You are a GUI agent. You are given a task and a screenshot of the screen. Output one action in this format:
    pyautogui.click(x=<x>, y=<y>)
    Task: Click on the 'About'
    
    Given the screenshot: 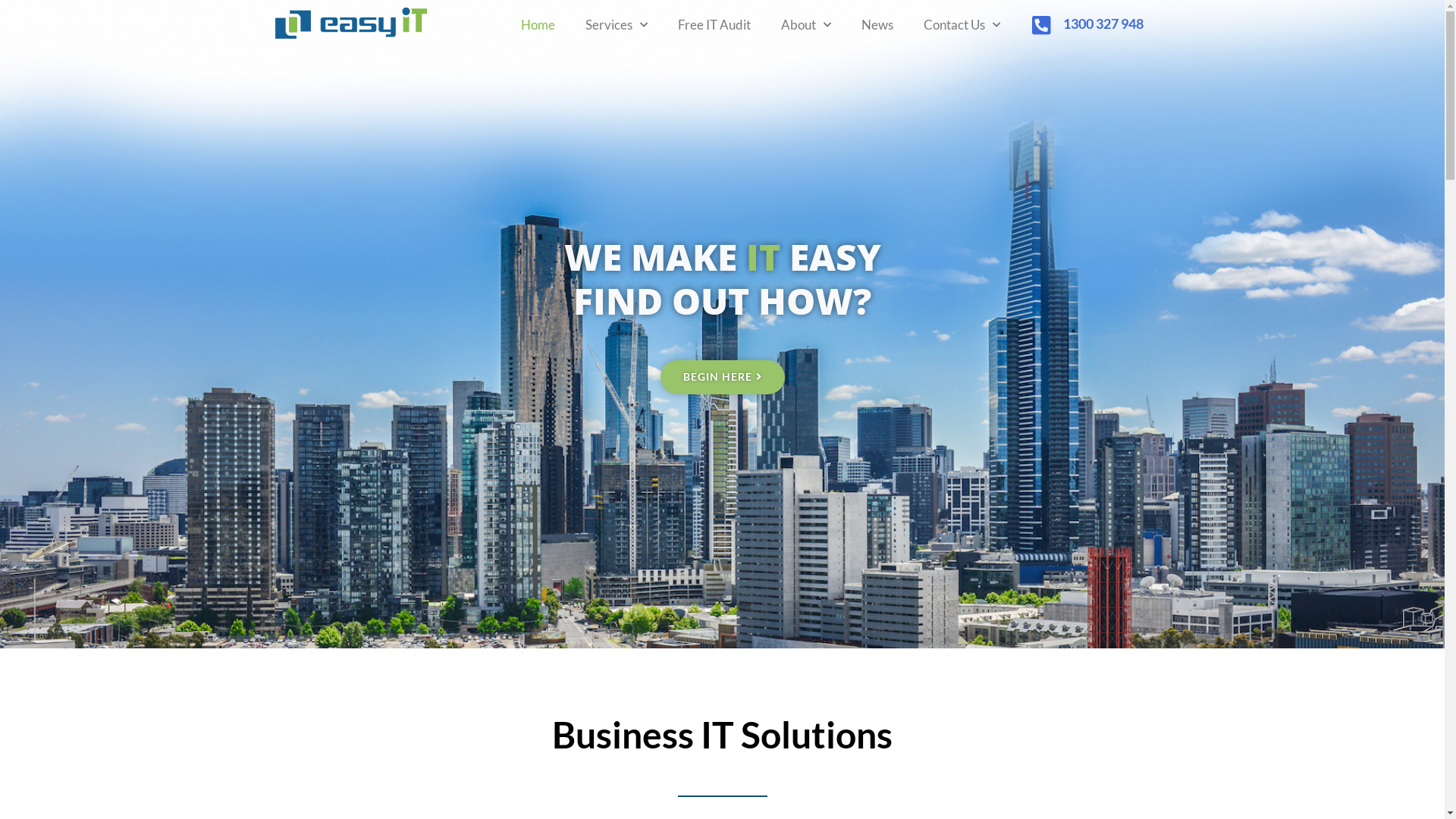 What is the action you would take?
    pyautogui.click(x=805, y=25)
    